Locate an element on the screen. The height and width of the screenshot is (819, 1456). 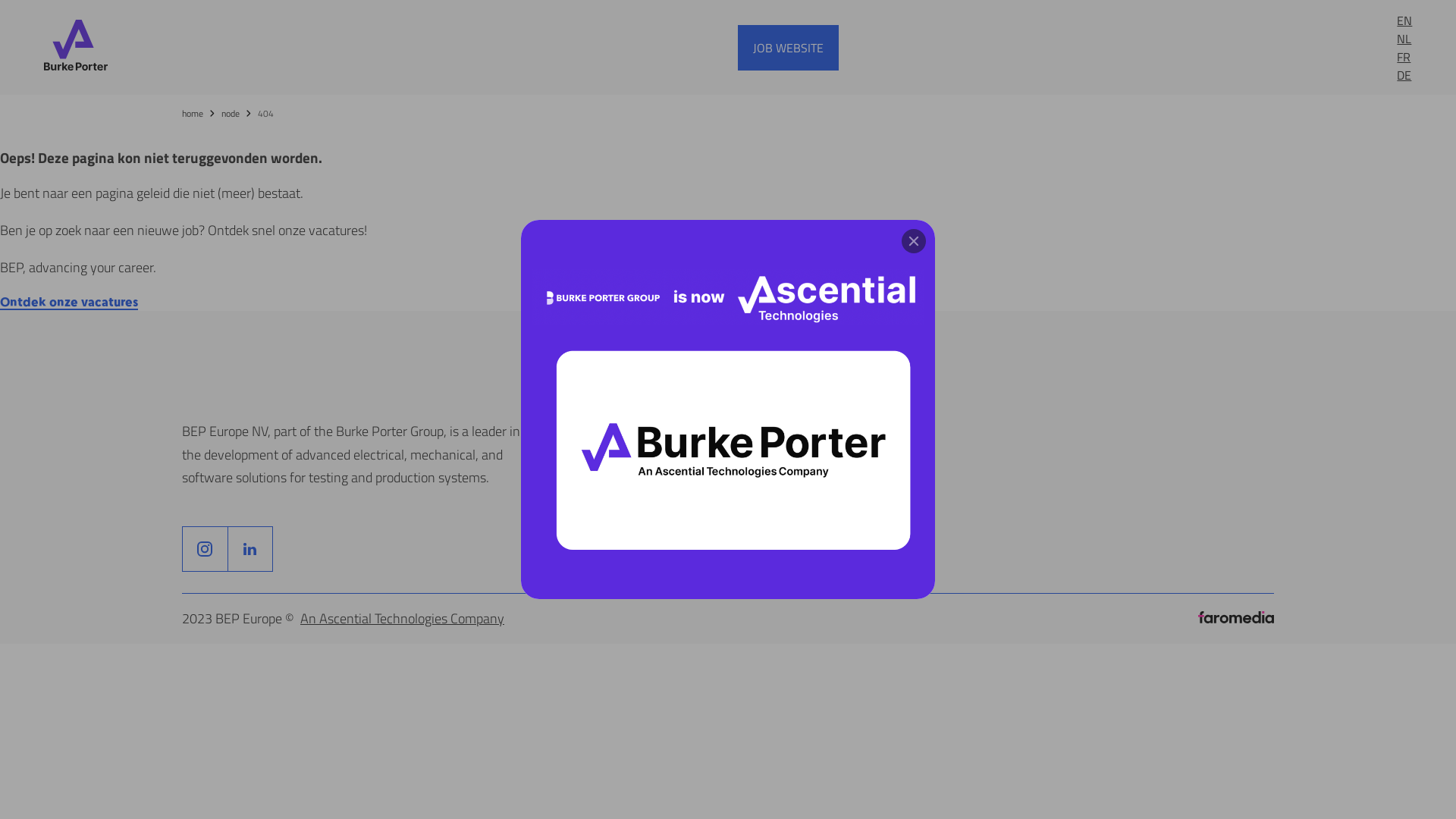
'An Ascential Technologies Company' is located at coordinates (402, 619).